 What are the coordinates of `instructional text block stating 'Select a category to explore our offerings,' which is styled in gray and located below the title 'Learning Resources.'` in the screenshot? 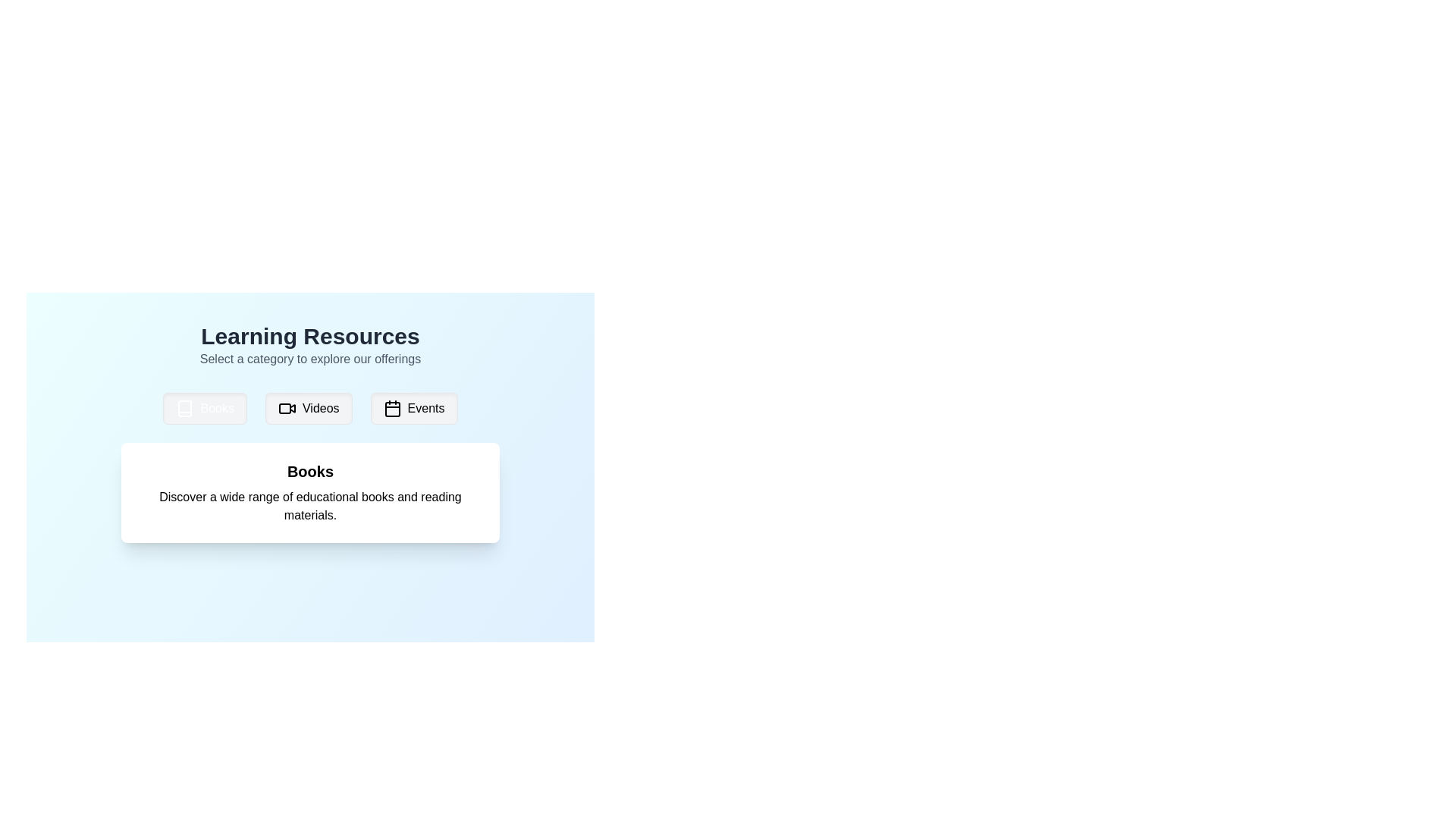 It's located at (309, 359).